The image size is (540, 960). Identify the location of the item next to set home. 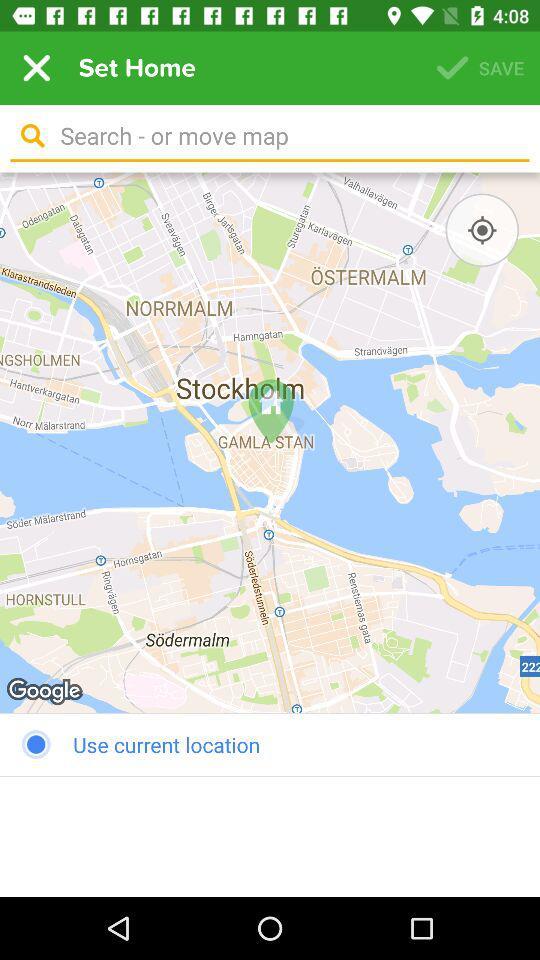
(36, 68).